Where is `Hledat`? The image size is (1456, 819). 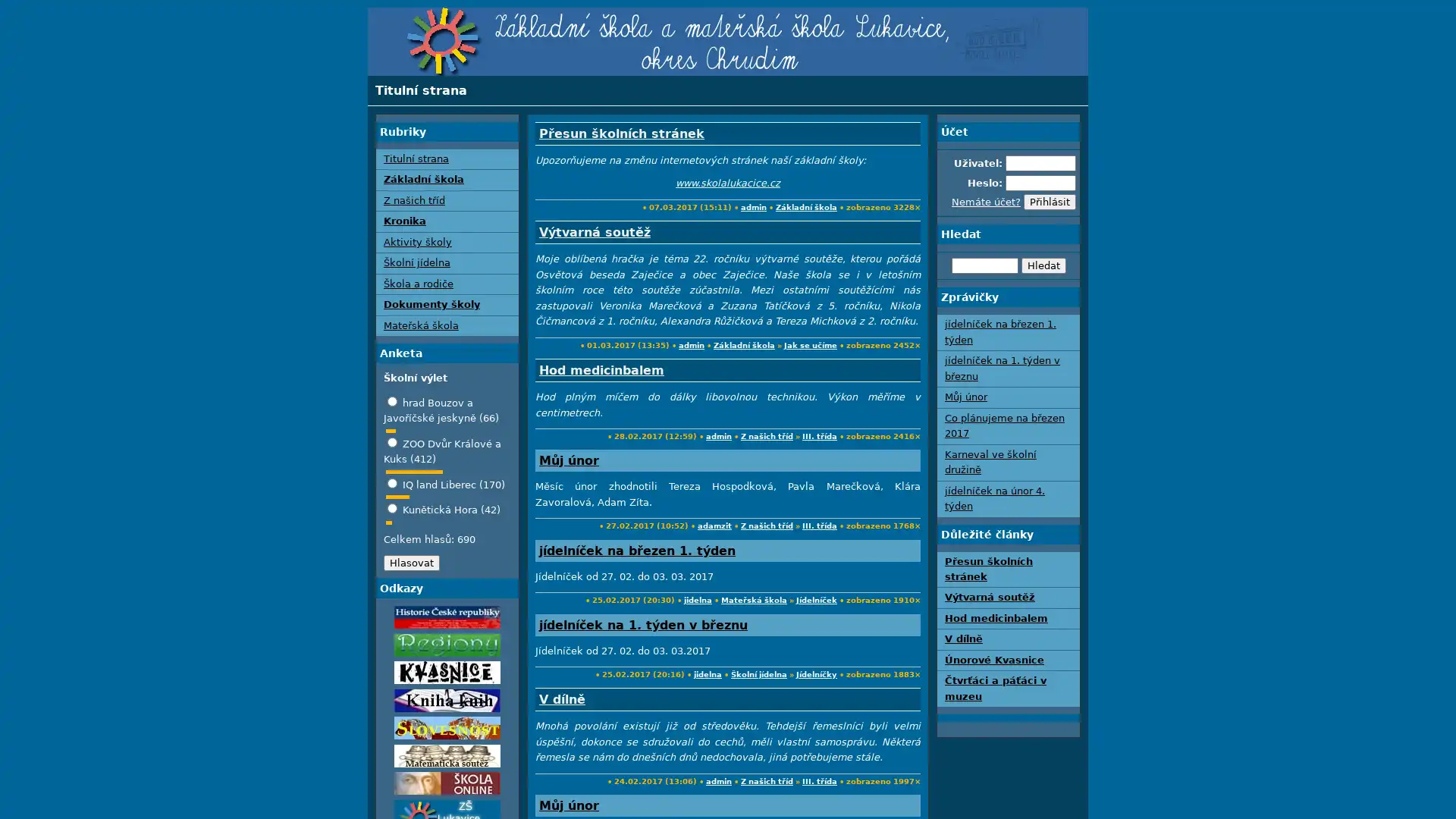
Hledat is located at coordinates (1042, 264).